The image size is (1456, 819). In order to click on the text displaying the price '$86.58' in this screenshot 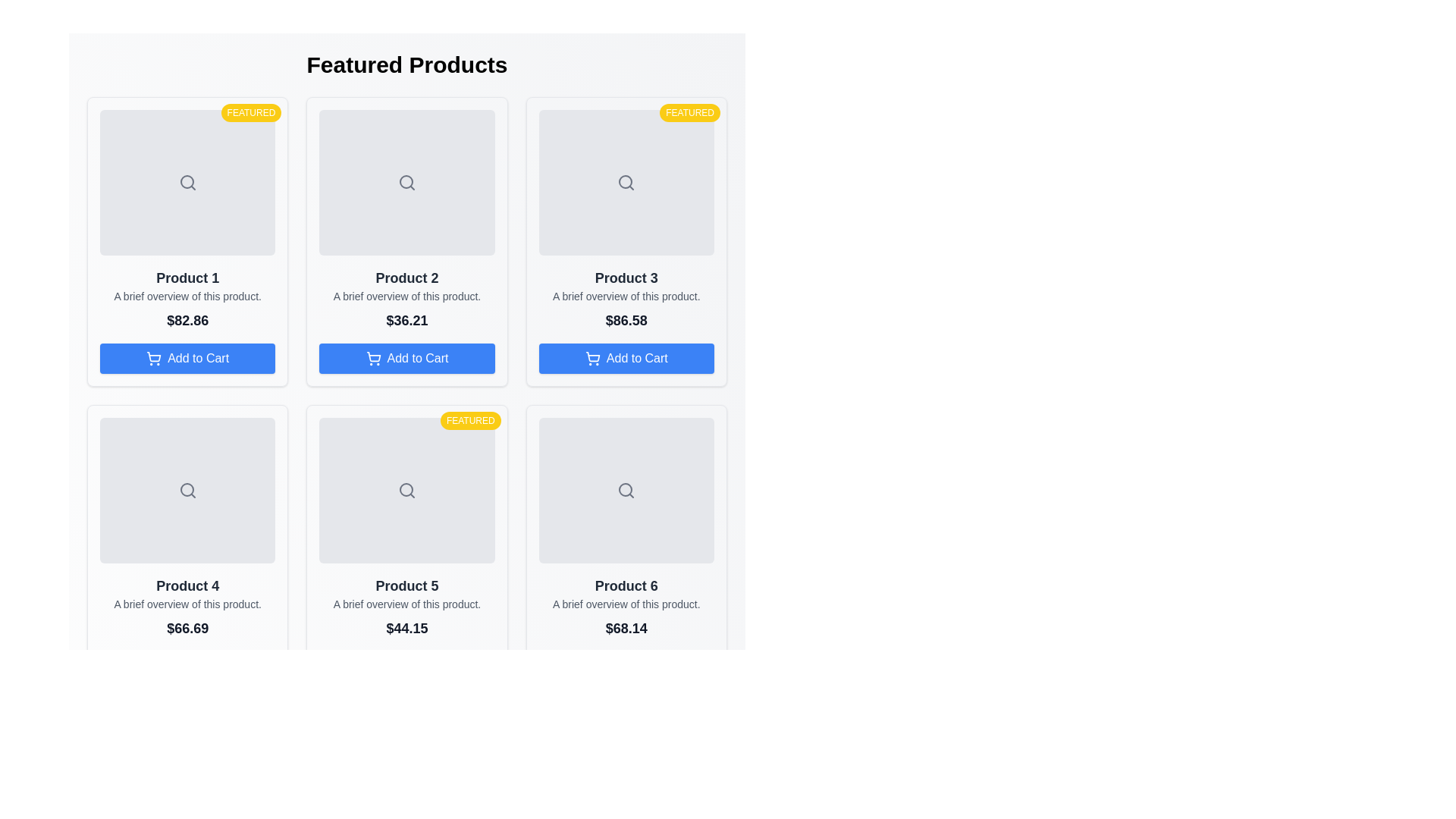, I will do `click(626, 320)`.